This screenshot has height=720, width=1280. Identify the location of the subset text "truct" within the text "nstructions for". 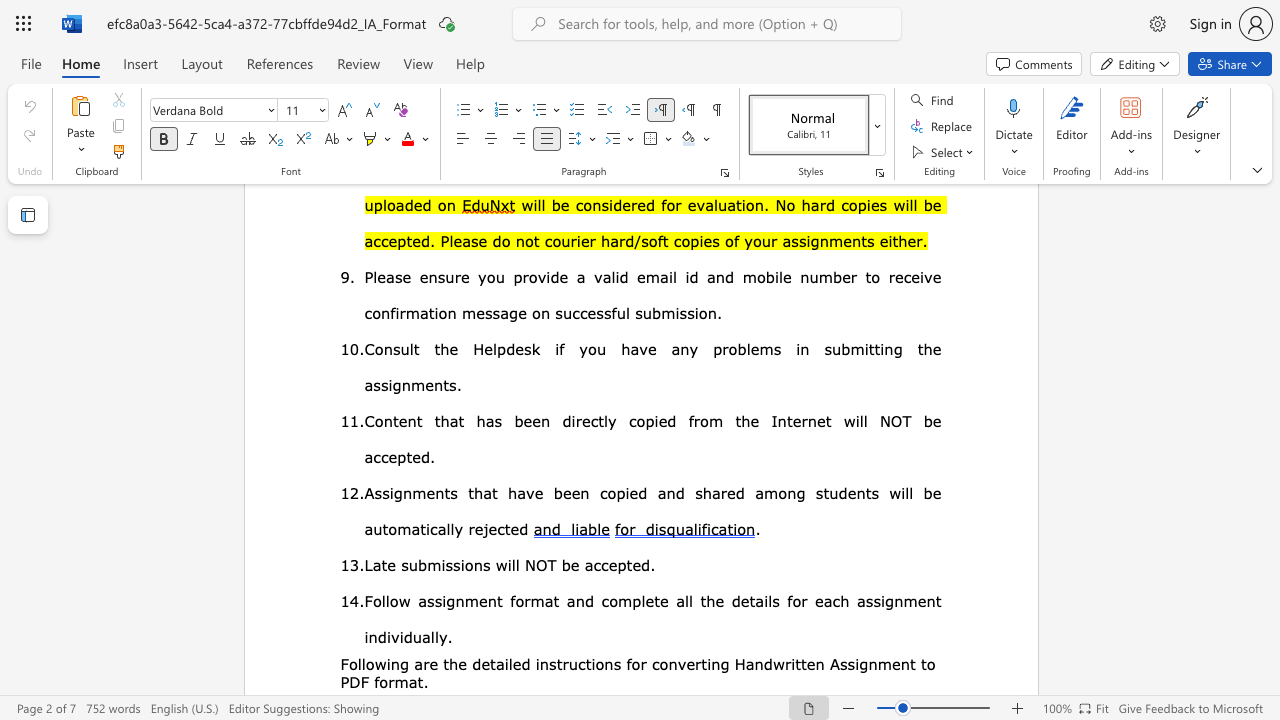
(556, 663).